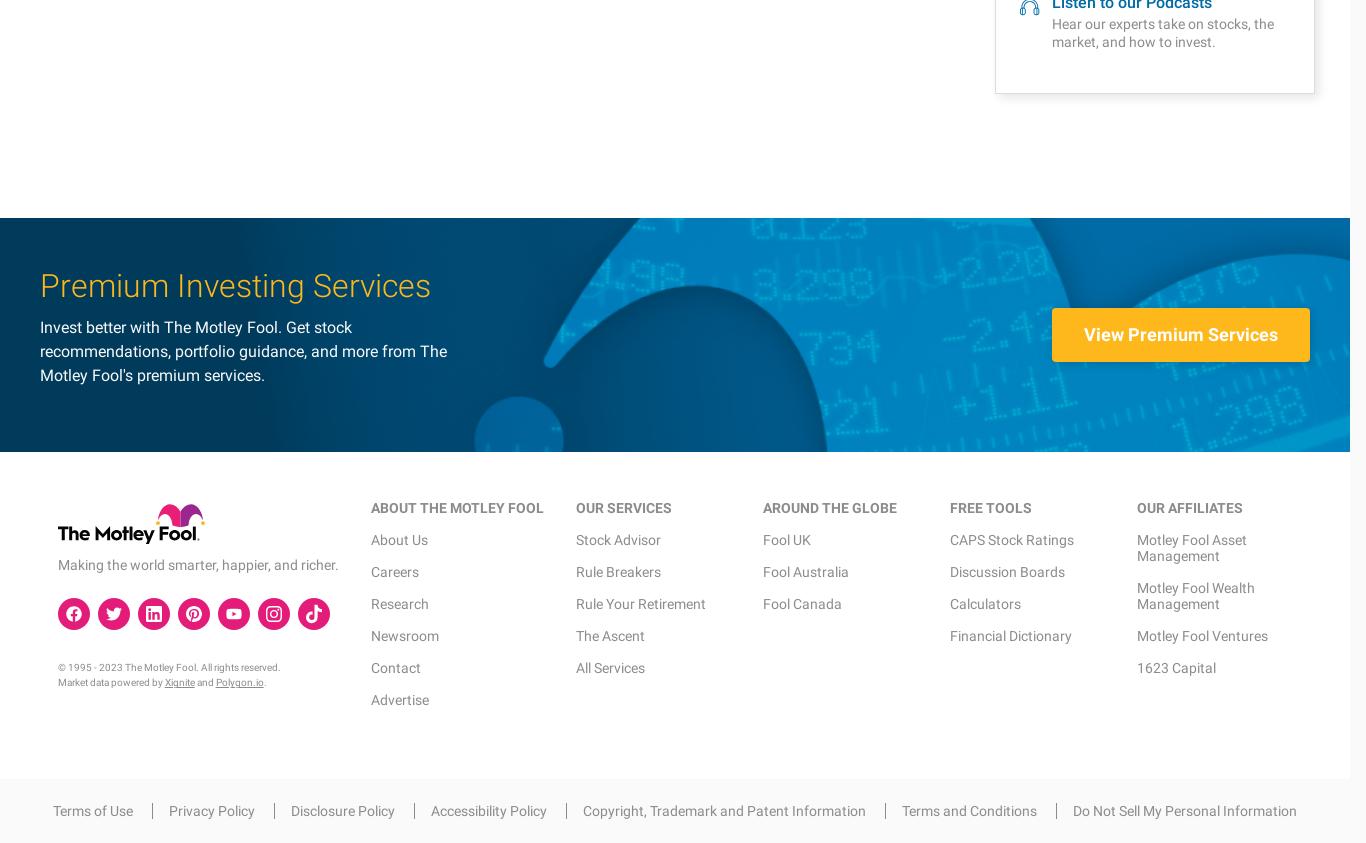 Image resolution: width=1366 pixels, height=843 pixels. Describe the element at coordinates (192, 228) in the screenshot. I see `'and'` at that location.